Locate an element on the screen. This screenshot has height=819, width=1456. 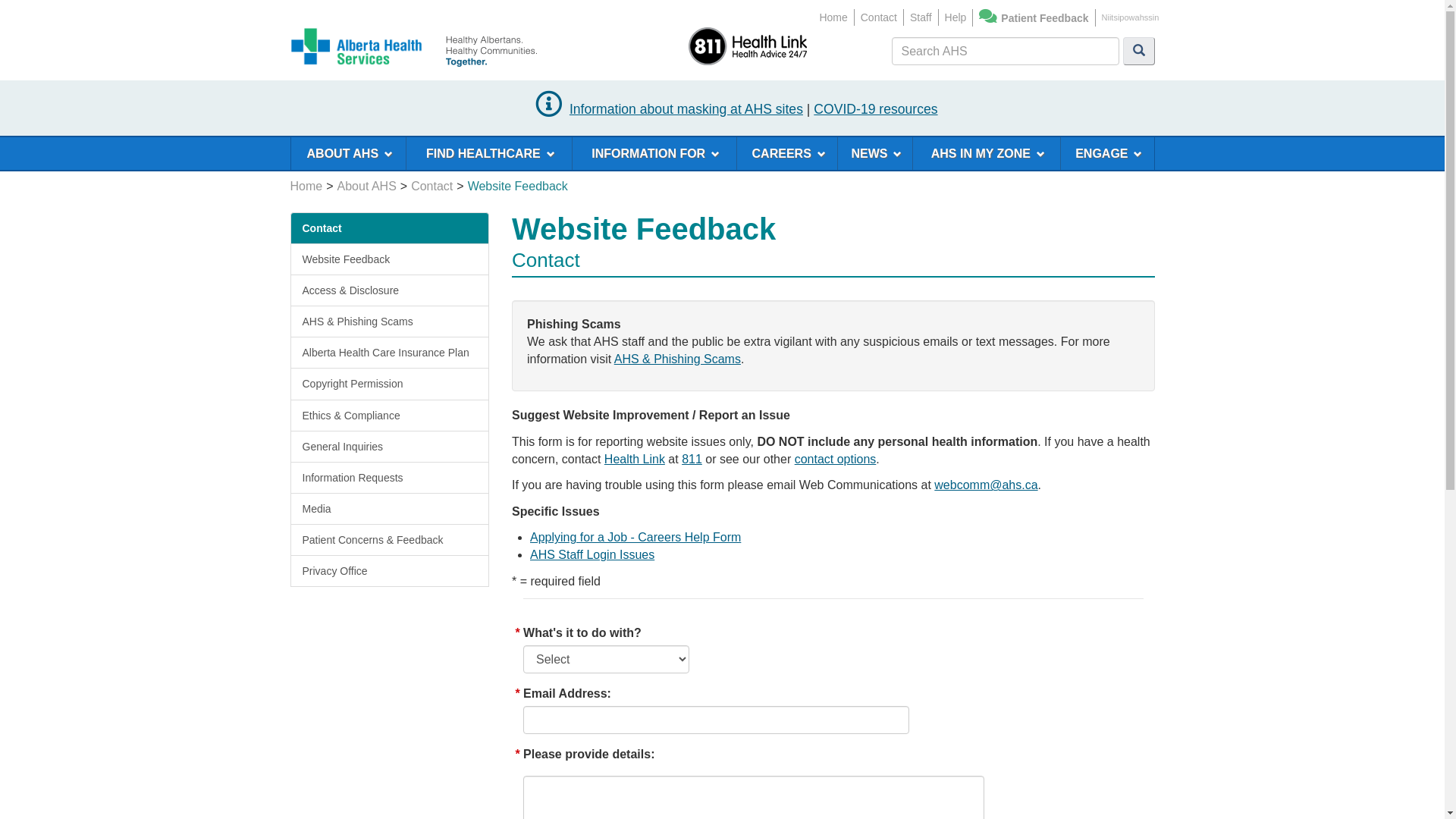
'Information about masking at AHS sites' is located at coordinates (686, 108).